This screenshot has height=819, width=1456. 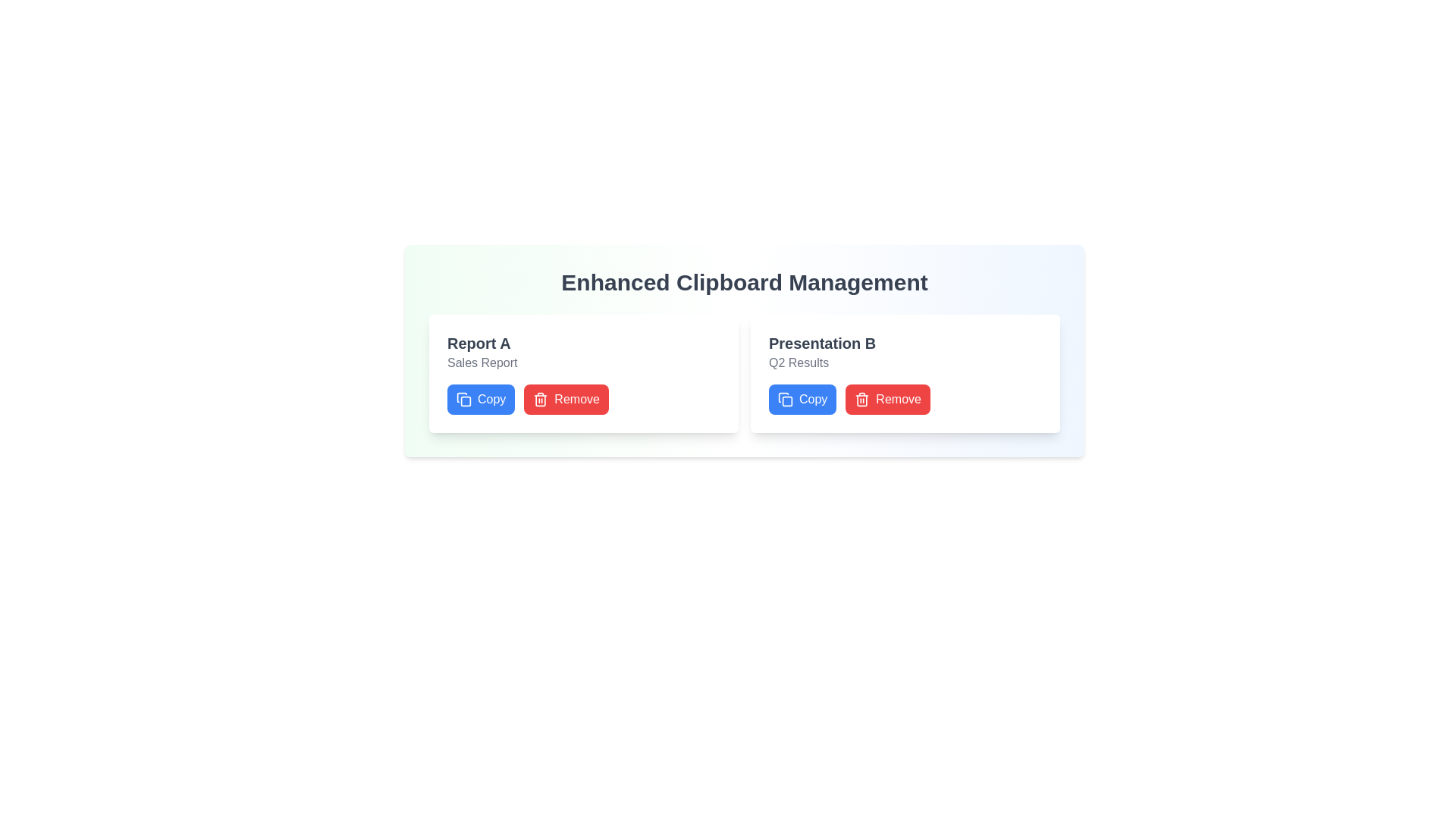 I want to click on the 'Copy' icon represented by two overlapping blue rectangles located within the 'Copy' button in the 'Report A' section, so click(x=461, y=397).